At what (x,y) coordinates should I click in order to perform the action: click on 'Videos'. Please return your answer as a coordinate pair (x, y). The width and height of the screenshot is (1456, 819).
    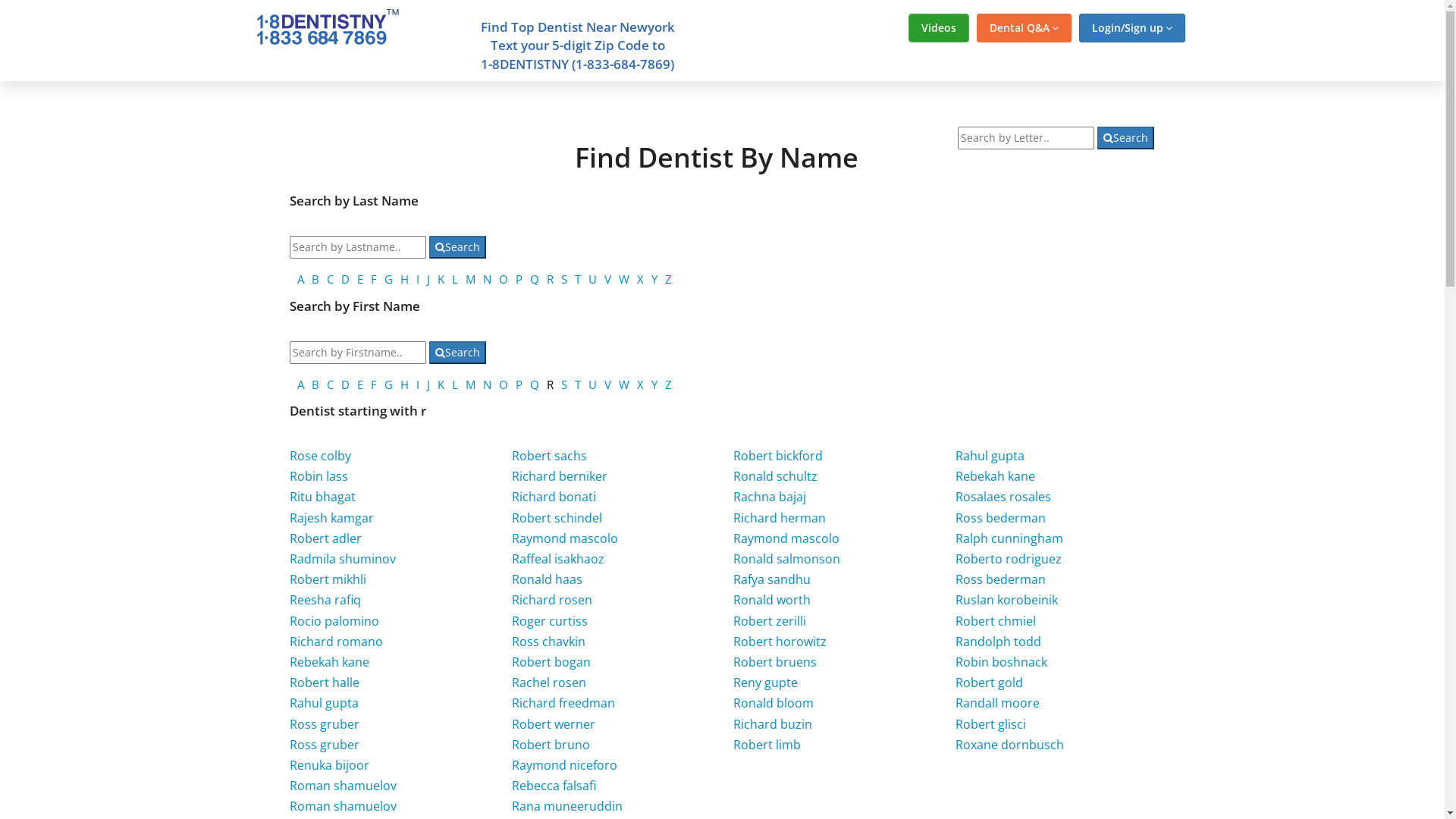
    Looking at the image, I should click on (908, 28).